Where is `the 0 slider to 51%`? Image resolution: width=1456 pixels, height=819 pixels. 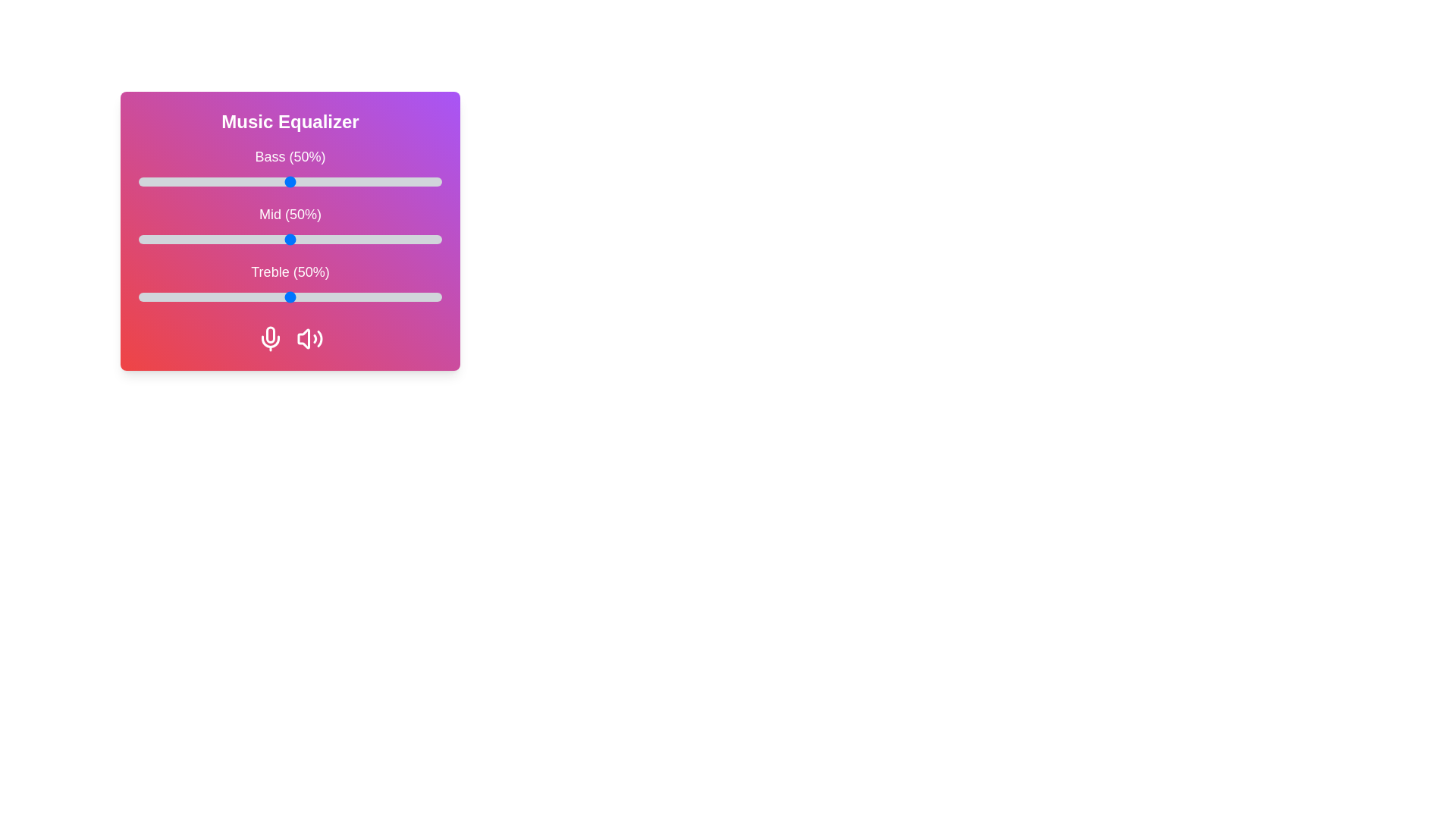
the 0 slider to 51% is located at coordinates (293, 180).